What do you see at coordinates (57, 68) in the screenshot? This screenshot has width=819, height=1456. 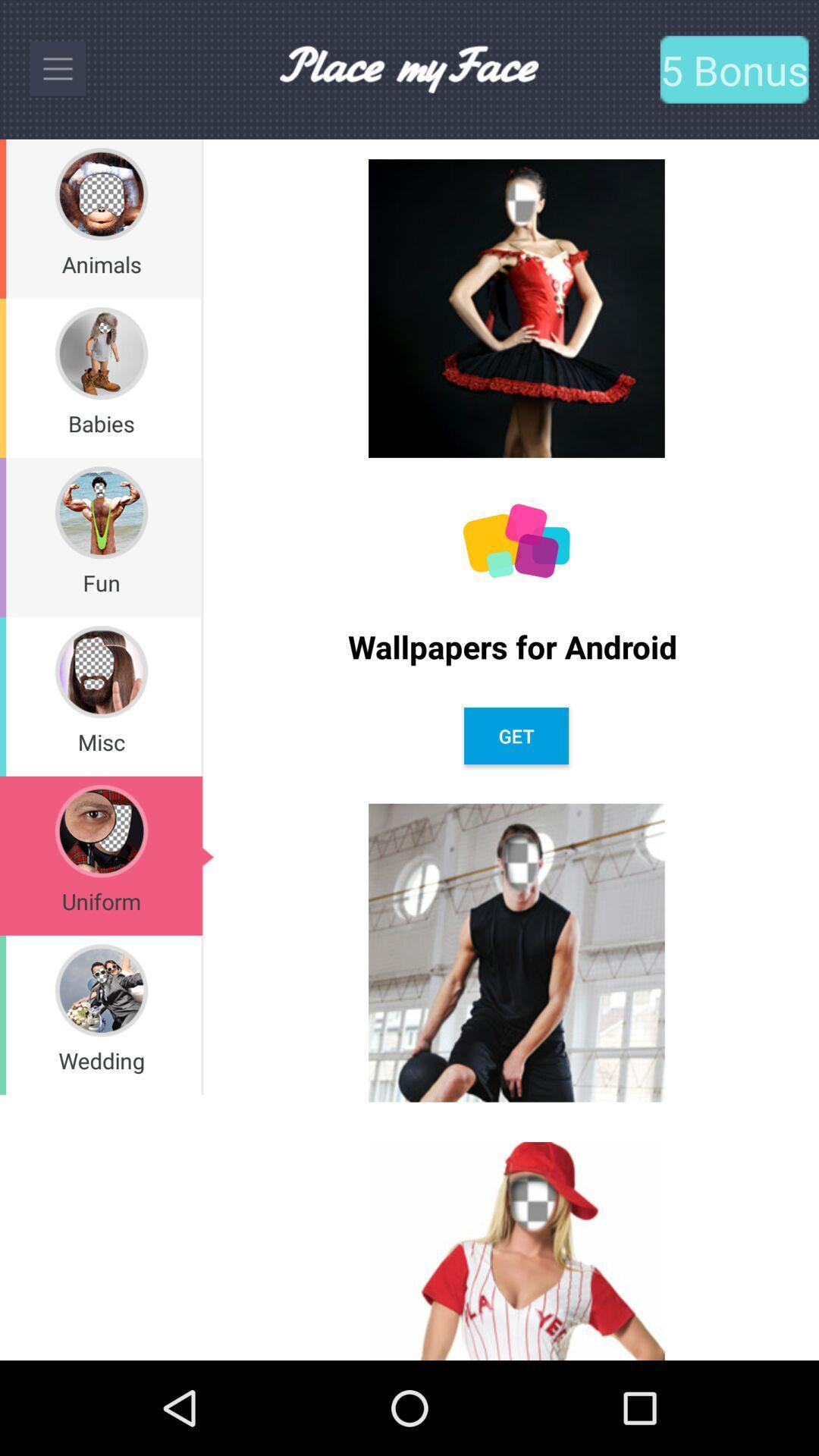 I see `the home button at top left` at bounding box center [57, 68].